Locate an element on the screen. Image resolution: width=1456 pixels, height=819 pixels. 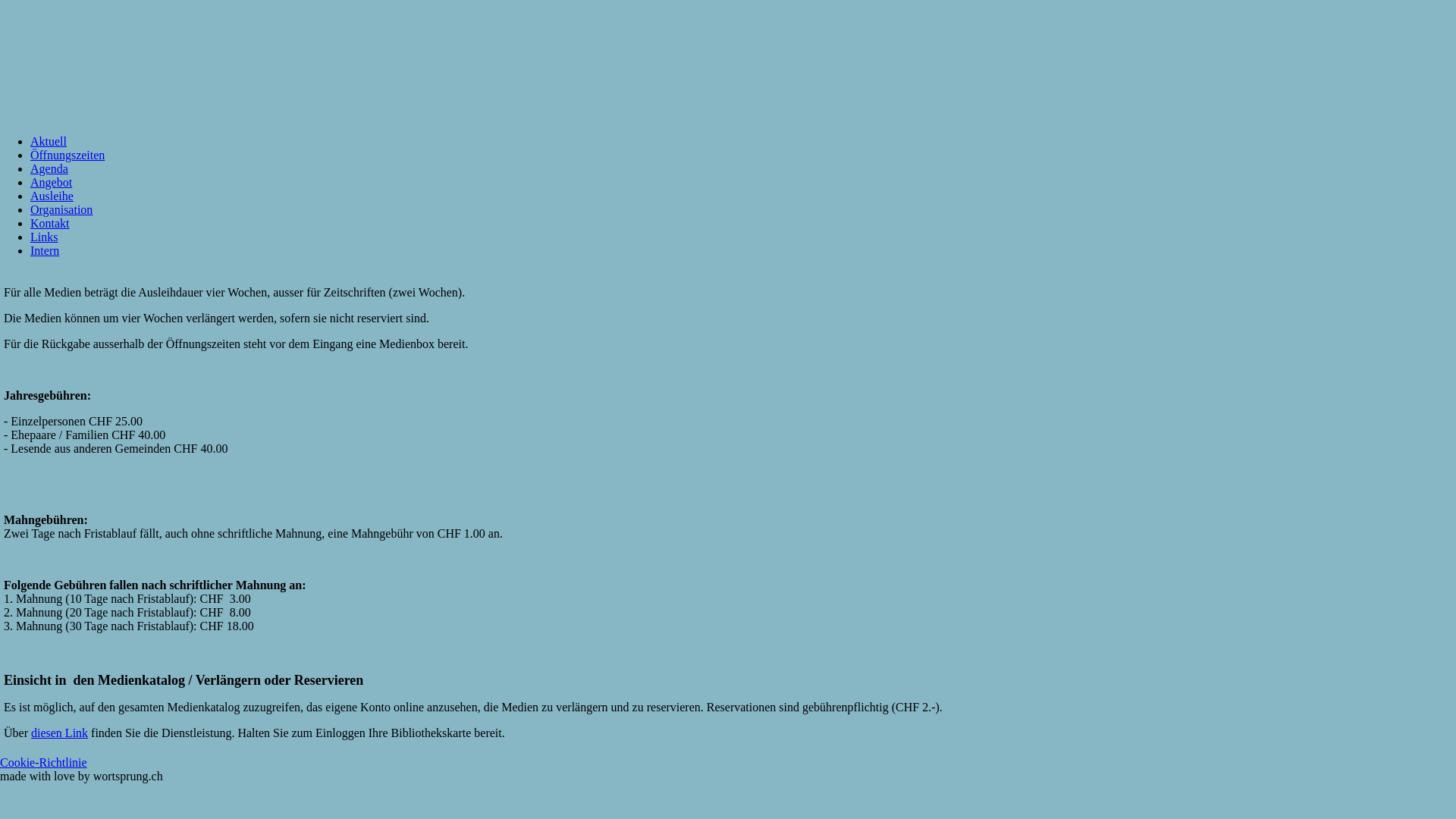
'Intern' is located at coordinates (44, 249).